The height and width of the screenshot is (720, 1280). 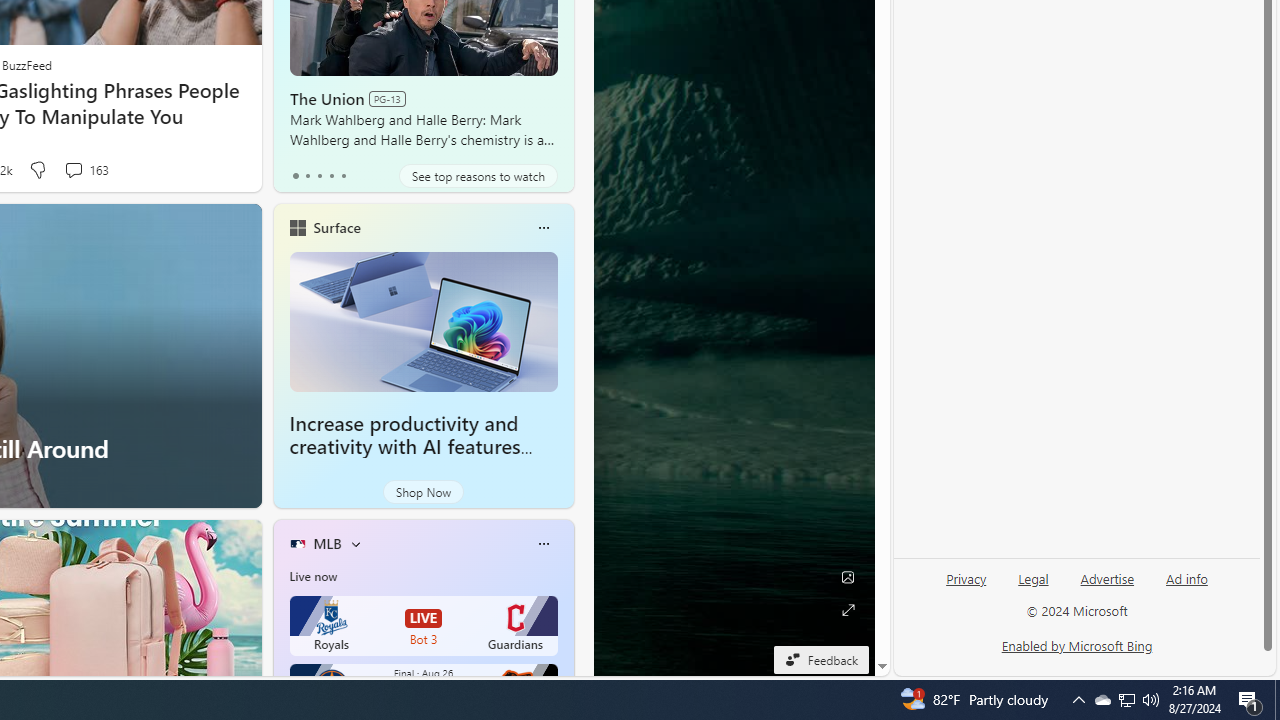 What do you see at coordinates (422, 625) in the screenshot?
I see `'Royals LIVE Bot 3 Guardians'` at bounding box center [422, 625].